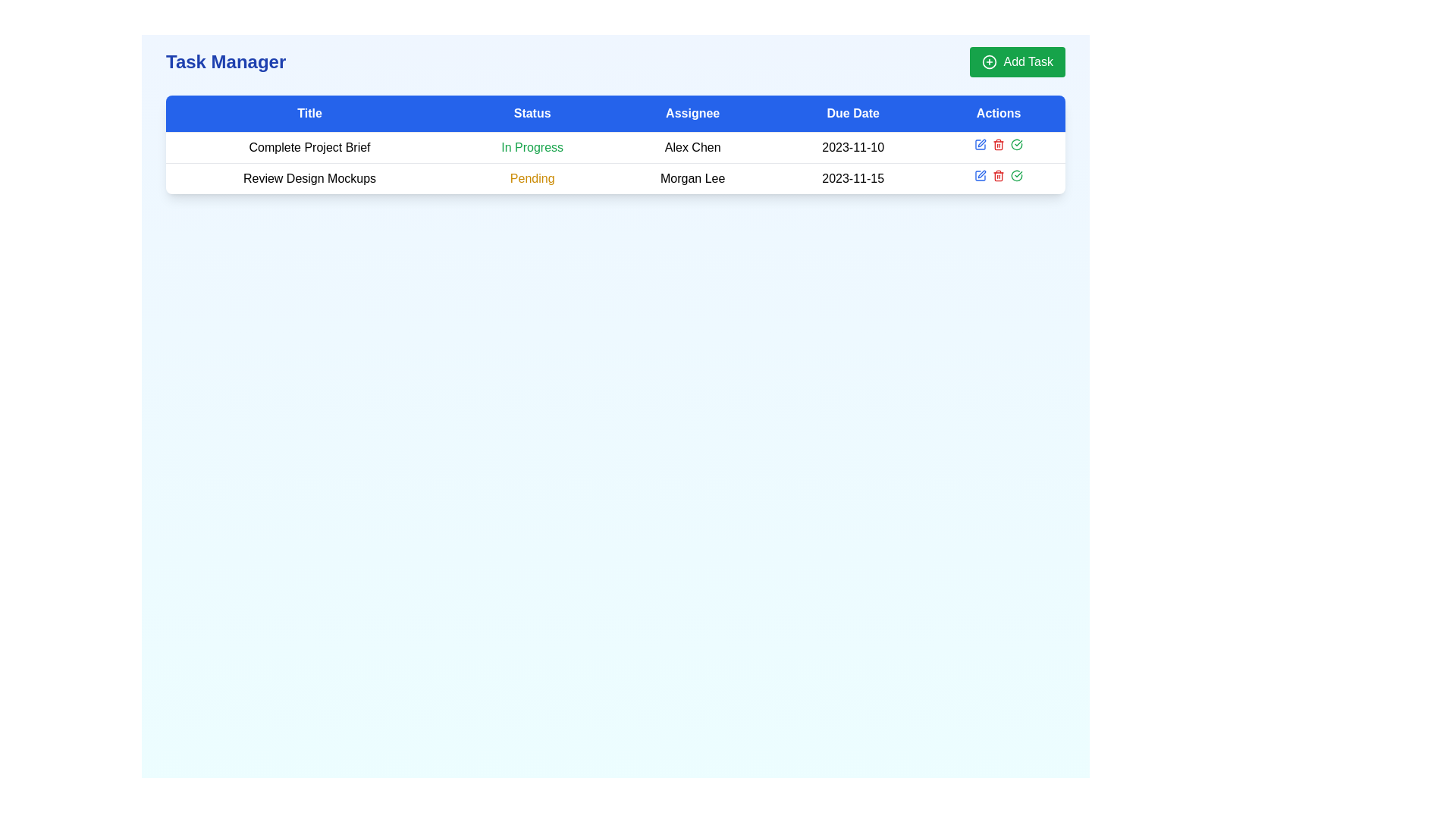 This screenshot has width=1456, height=819. I want to click on the trash can icon within the action cluster for the task 'Complete Project Brief', so click(999, 145).